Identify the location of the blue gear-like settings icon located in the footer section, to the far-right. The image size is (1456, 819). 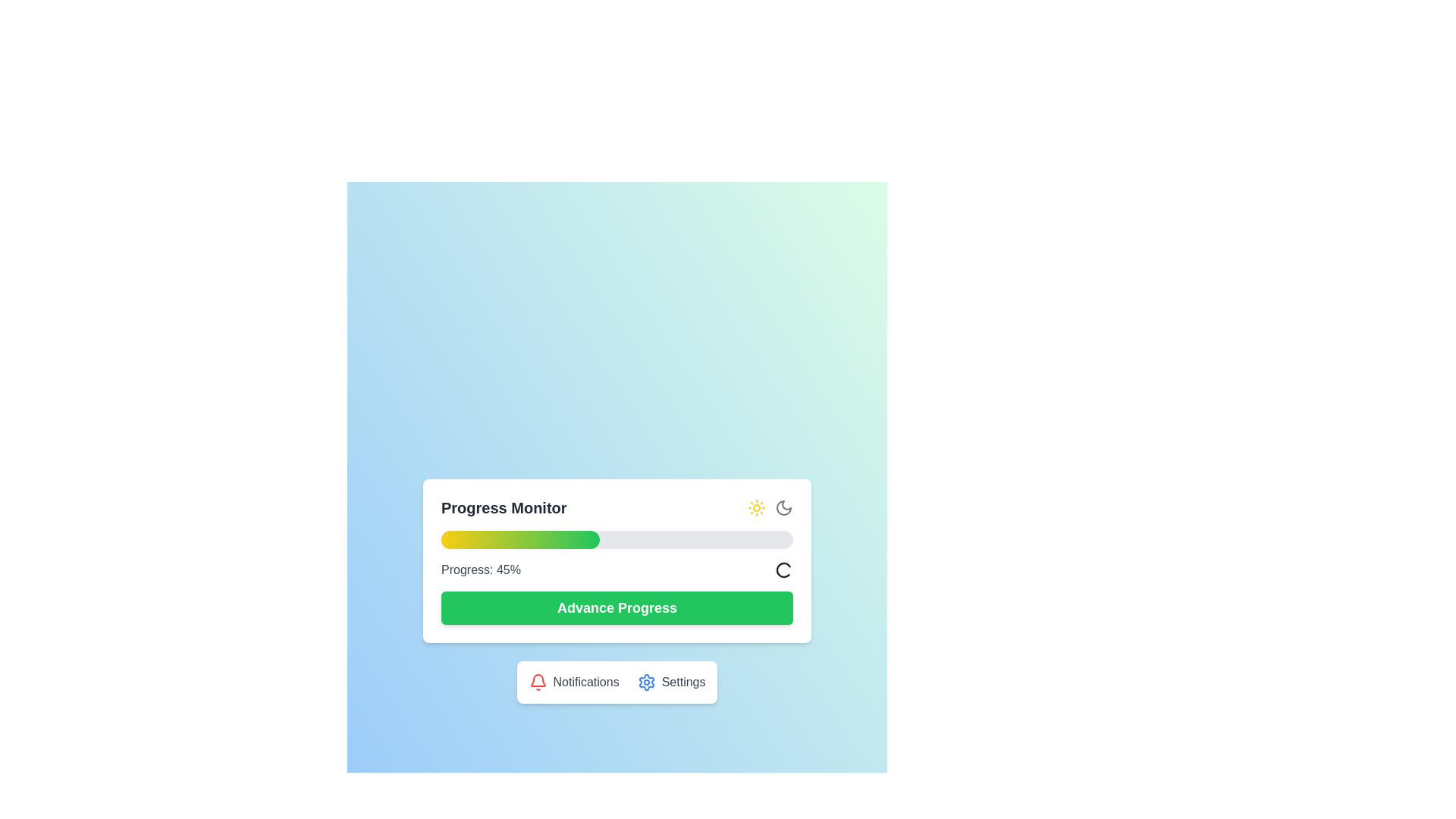
(646, 681).